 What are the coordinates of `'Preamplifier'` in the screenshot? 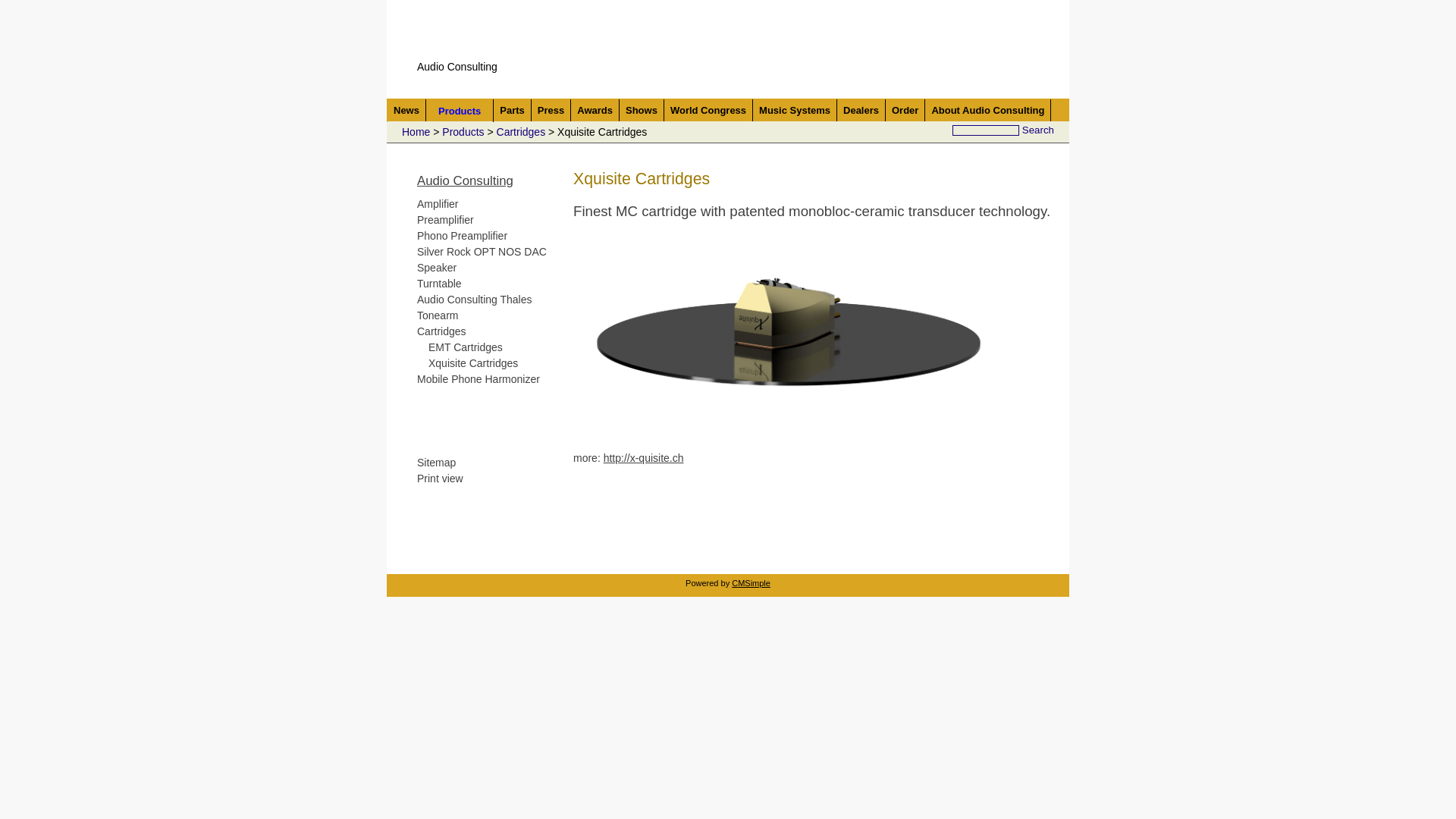 It's located at (444, 219).